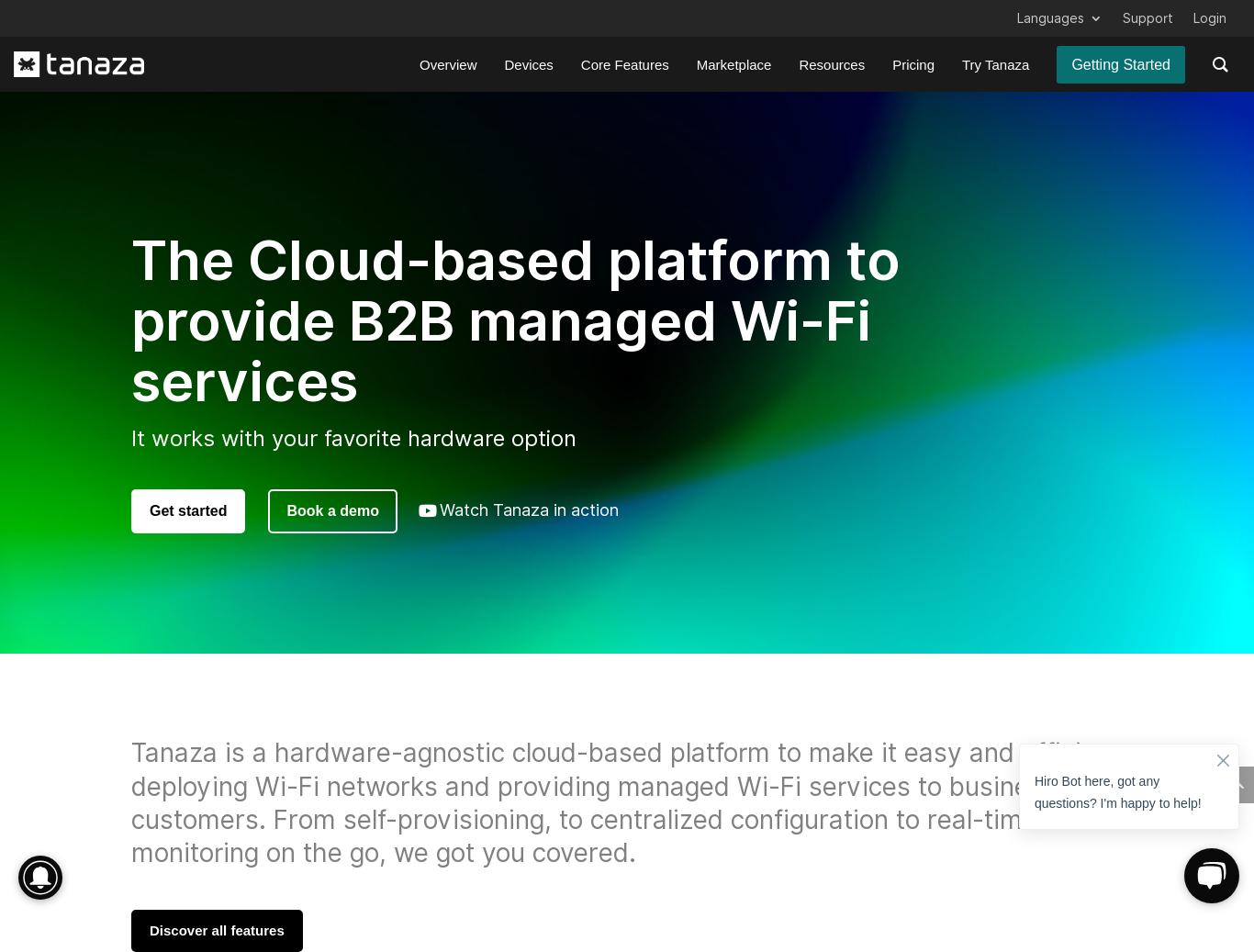 This screenshot has width=1254, height=952. Describe the element at coordinates (701, 216) in the screenshot. I see `'Interactive Demo'` at that location.